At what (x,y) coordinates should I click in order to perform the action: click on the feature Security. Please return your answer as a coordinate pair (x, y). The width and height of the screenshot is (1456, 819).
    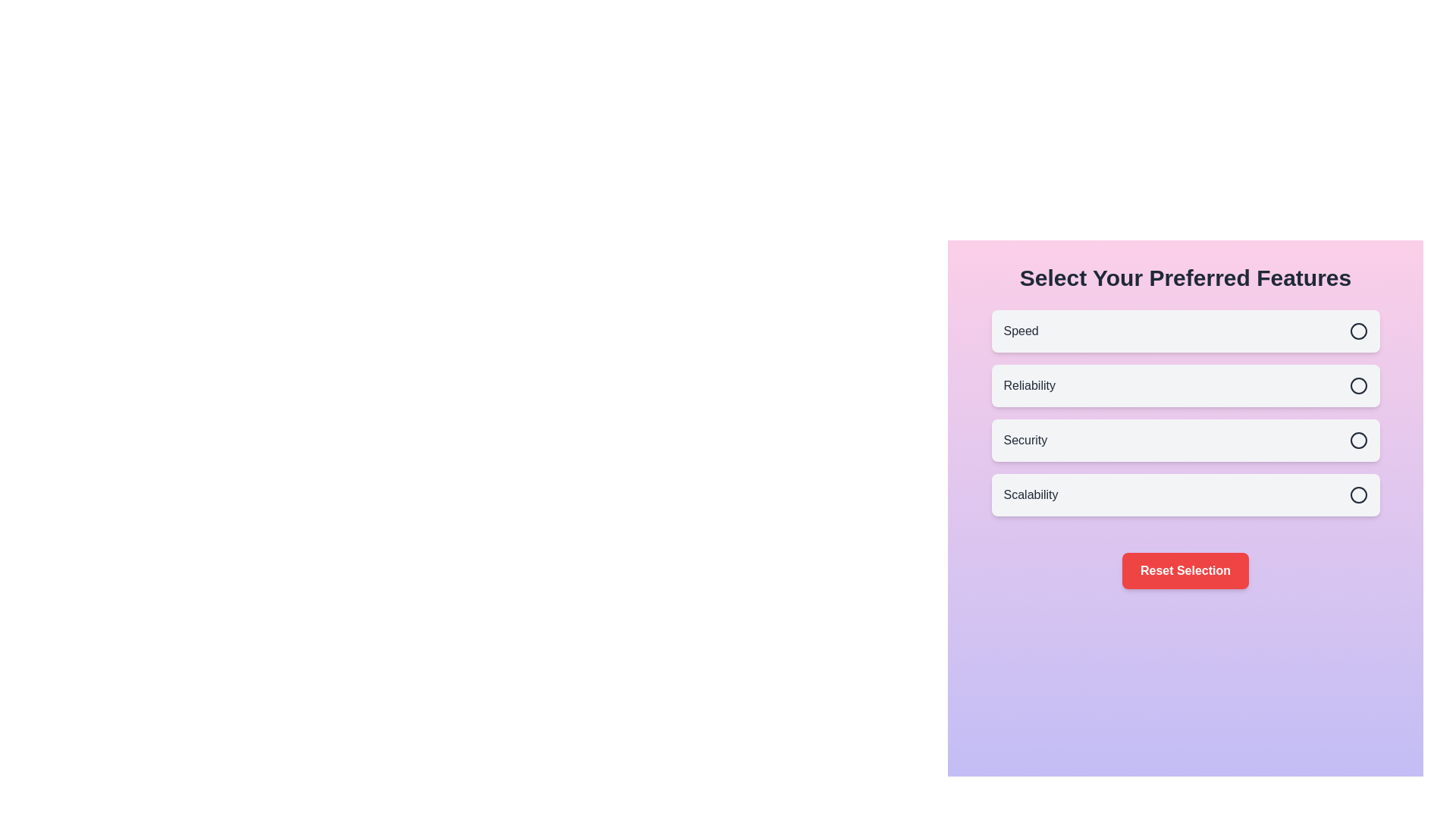
    Looking at the image, I should click on (1185, 441).